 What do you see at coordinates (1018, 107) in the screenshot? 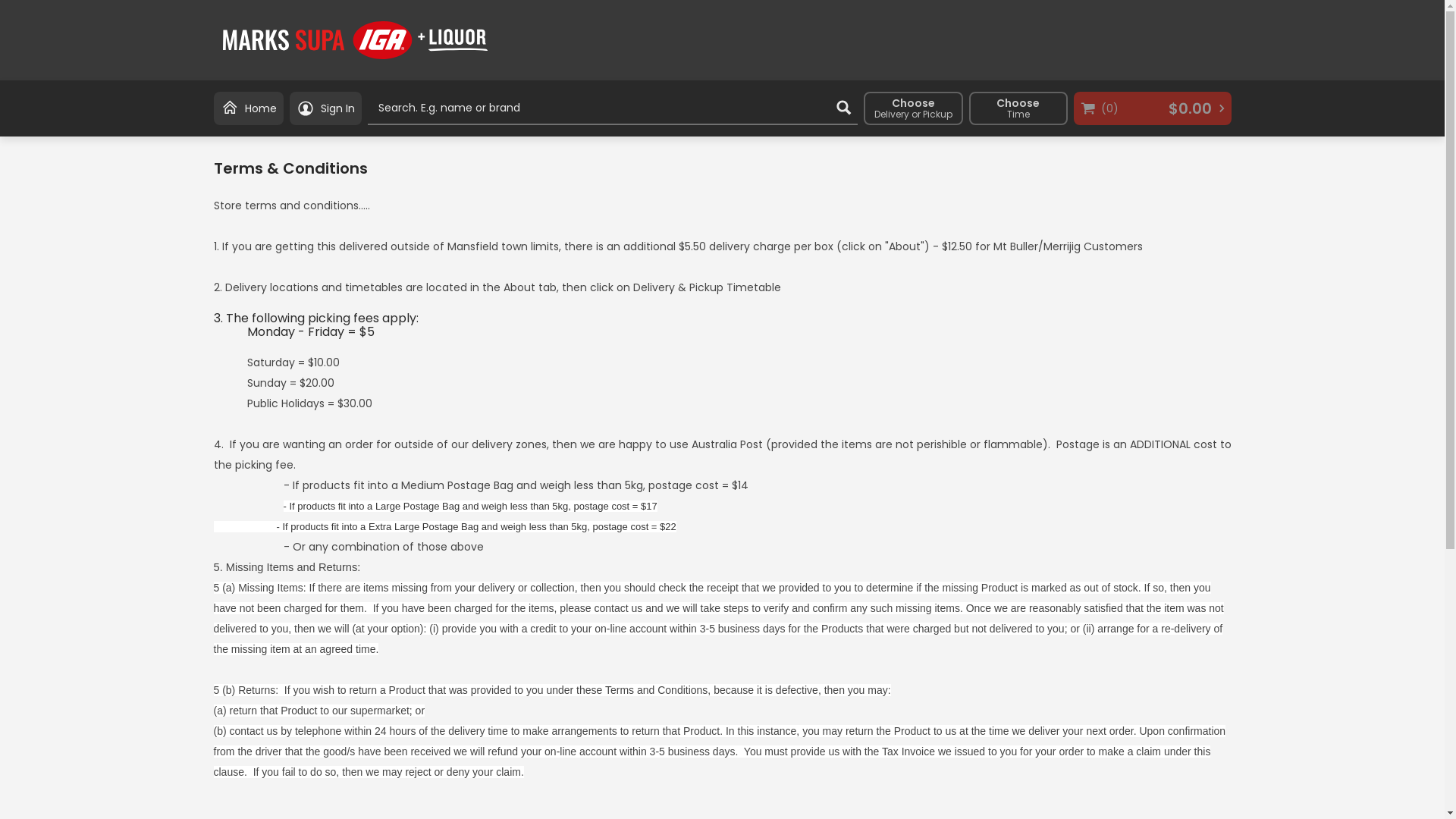
I see `'Choose` at bounding box center [1018, 107].